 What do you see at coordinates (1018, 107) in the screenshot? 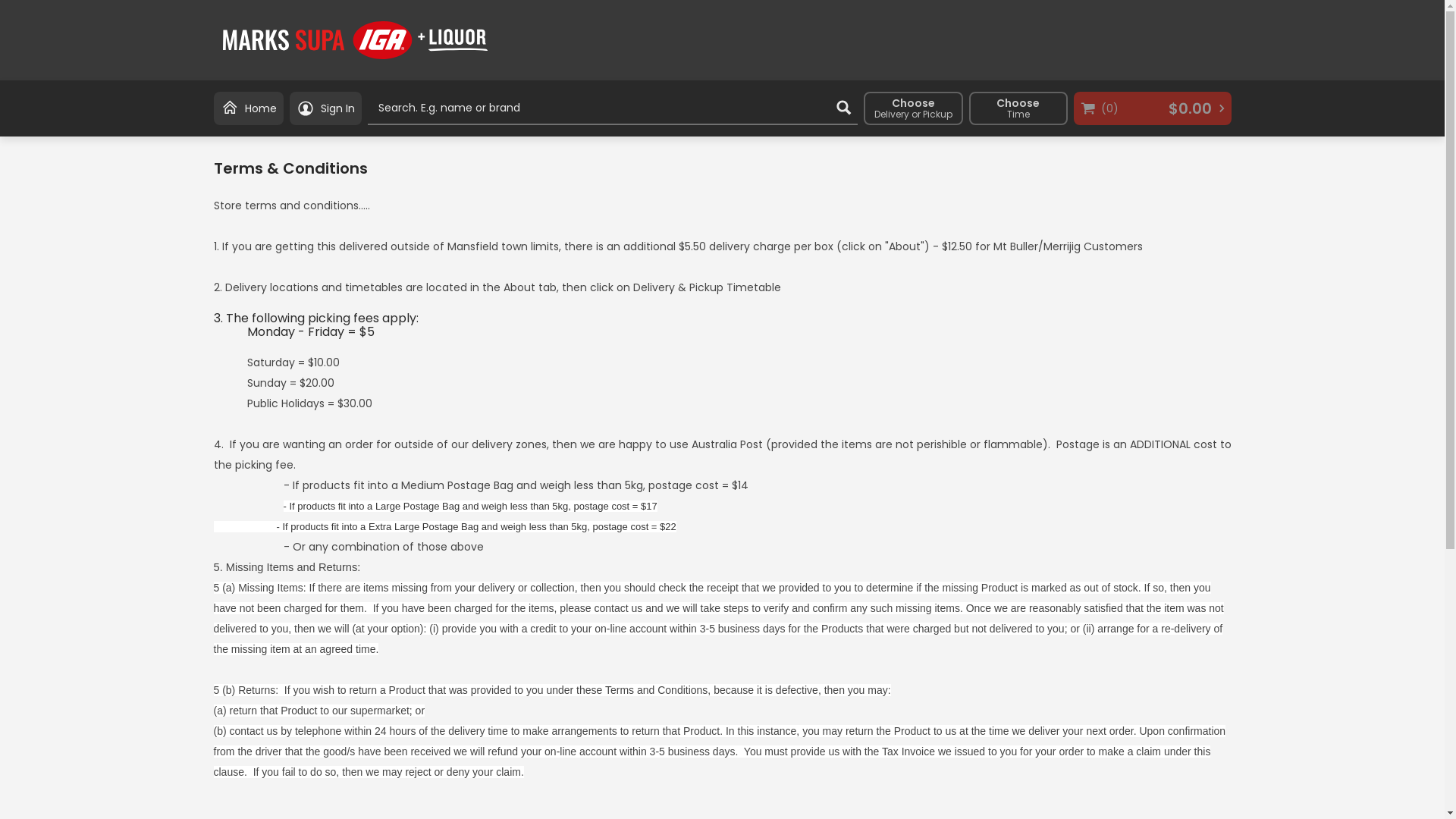
I see `'Choose` at bounding box center [1018, 107].